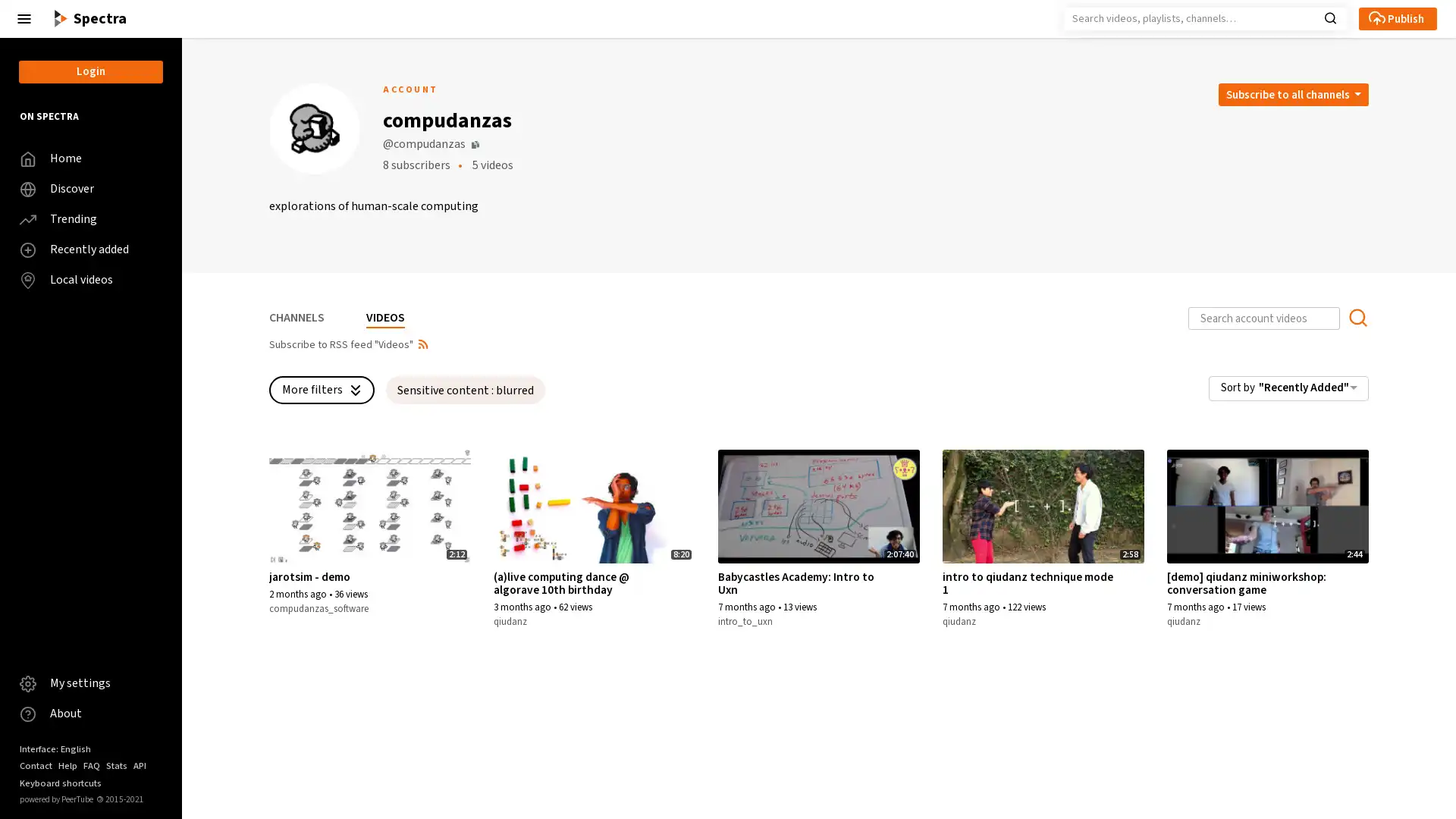  I want to click on Open syndication dropdown, so click(422, 343).